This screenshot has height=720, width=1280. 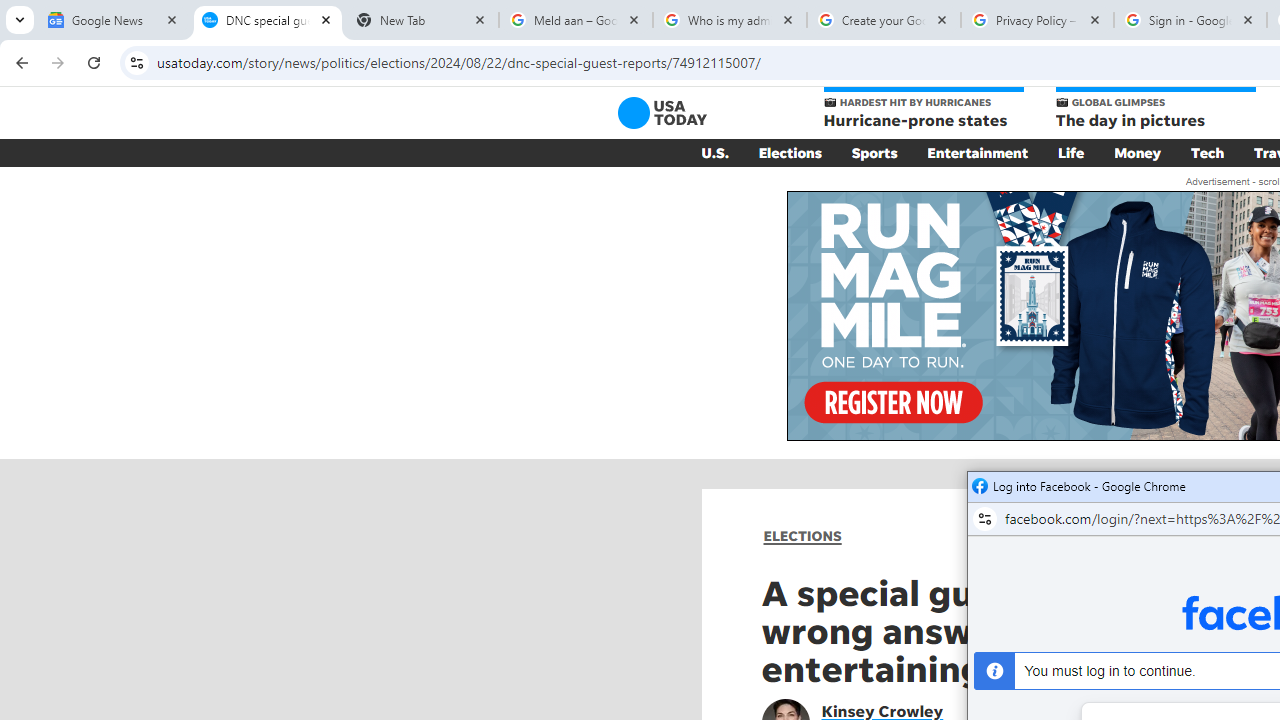 I want to click on 'Sign in - Google Accounts', so click(x=1190, y=20).